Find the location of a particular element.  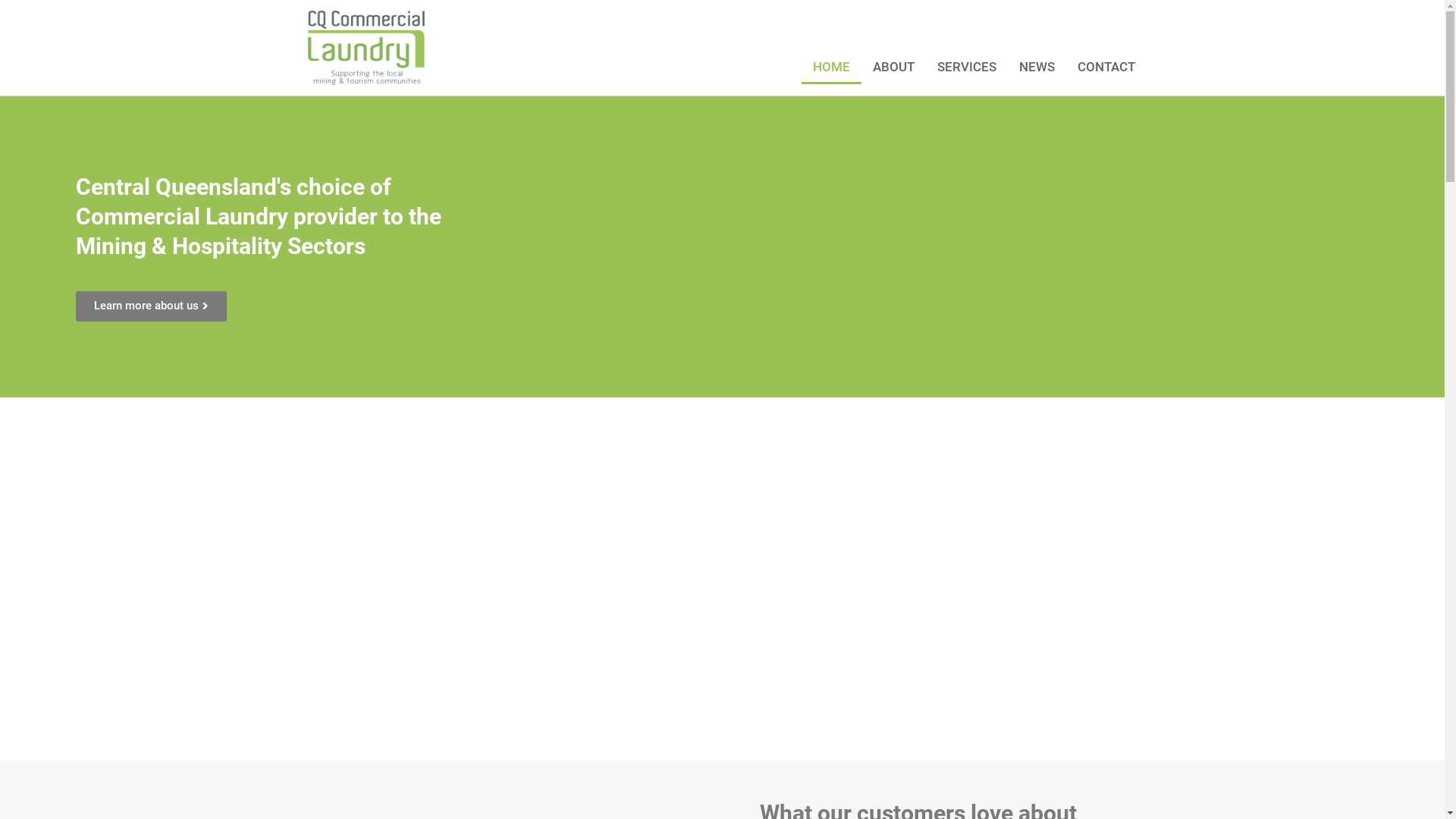

'Learn more about us' is located at coordinates (151, 306).